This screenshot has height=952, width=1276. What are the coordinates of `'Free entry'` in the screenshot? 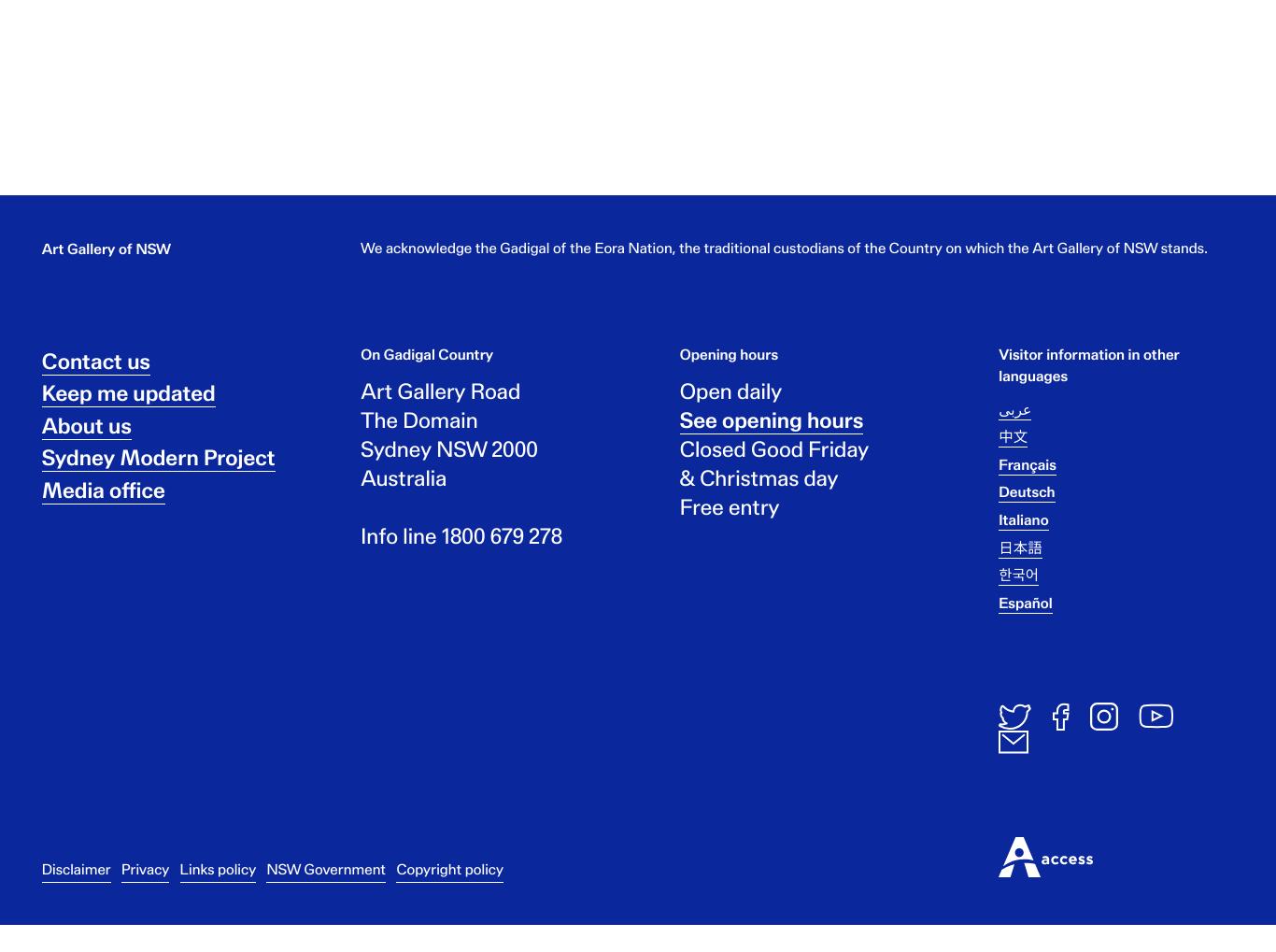 It's located at (729, 521).